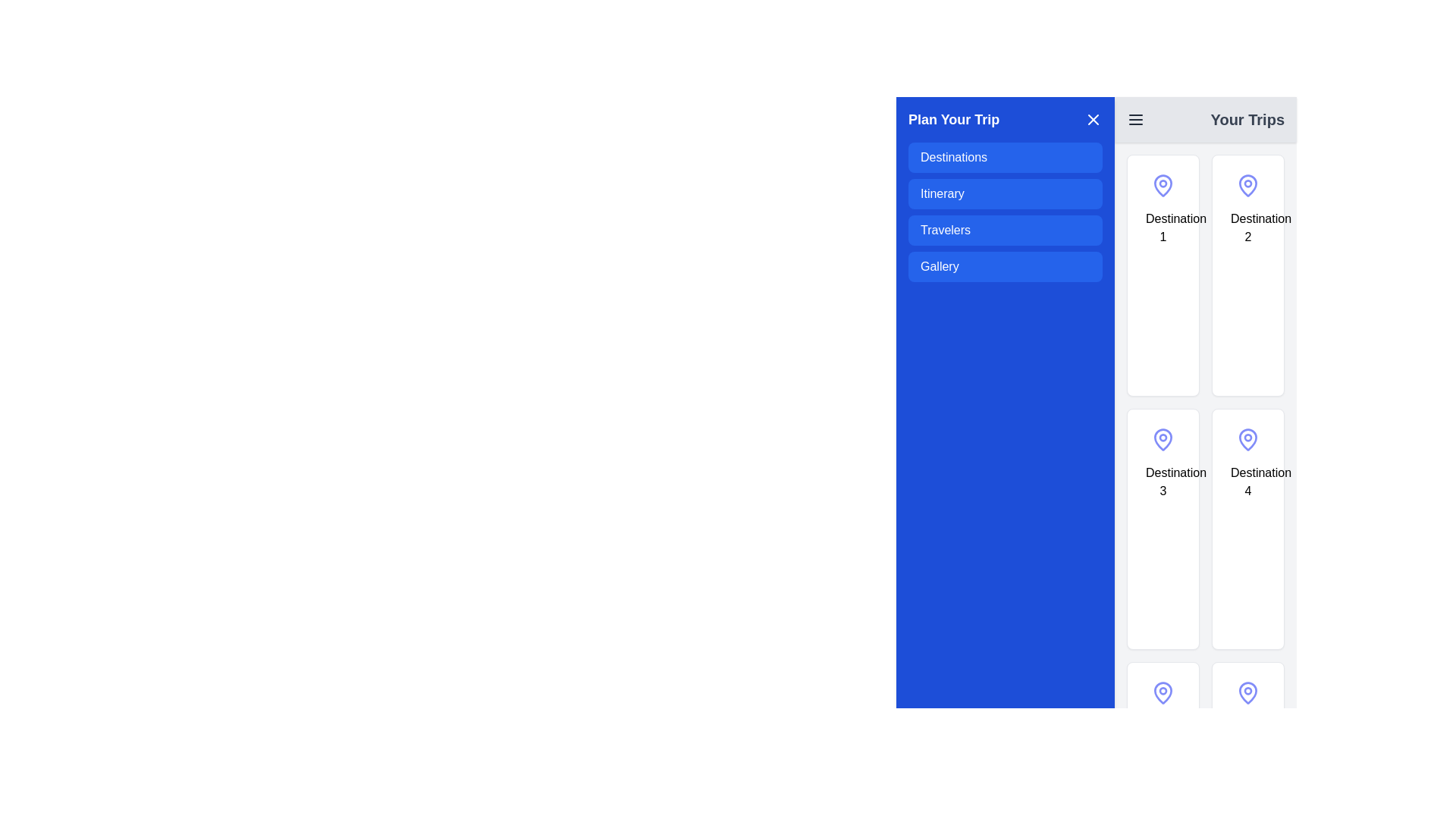 The image size is (1456, 819). I want to click on the location pin icon, which symbolizes a specific location on the destination card in the 'Your Trips' section, located in the fourth row of the grid, so click(1163, 693).